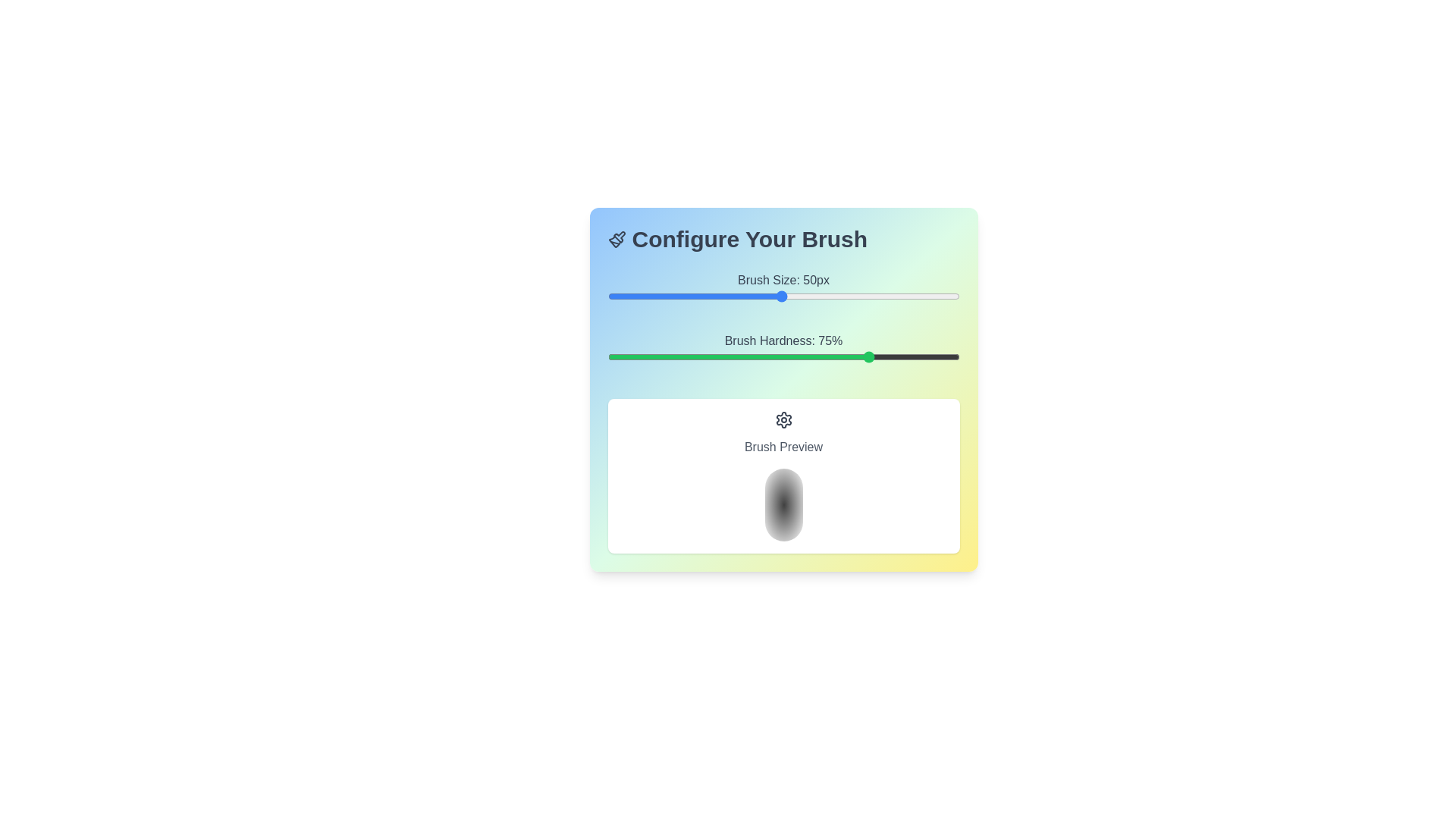  I want to click on the brush size to 64 by interacting with the slider, so click(830, 296).